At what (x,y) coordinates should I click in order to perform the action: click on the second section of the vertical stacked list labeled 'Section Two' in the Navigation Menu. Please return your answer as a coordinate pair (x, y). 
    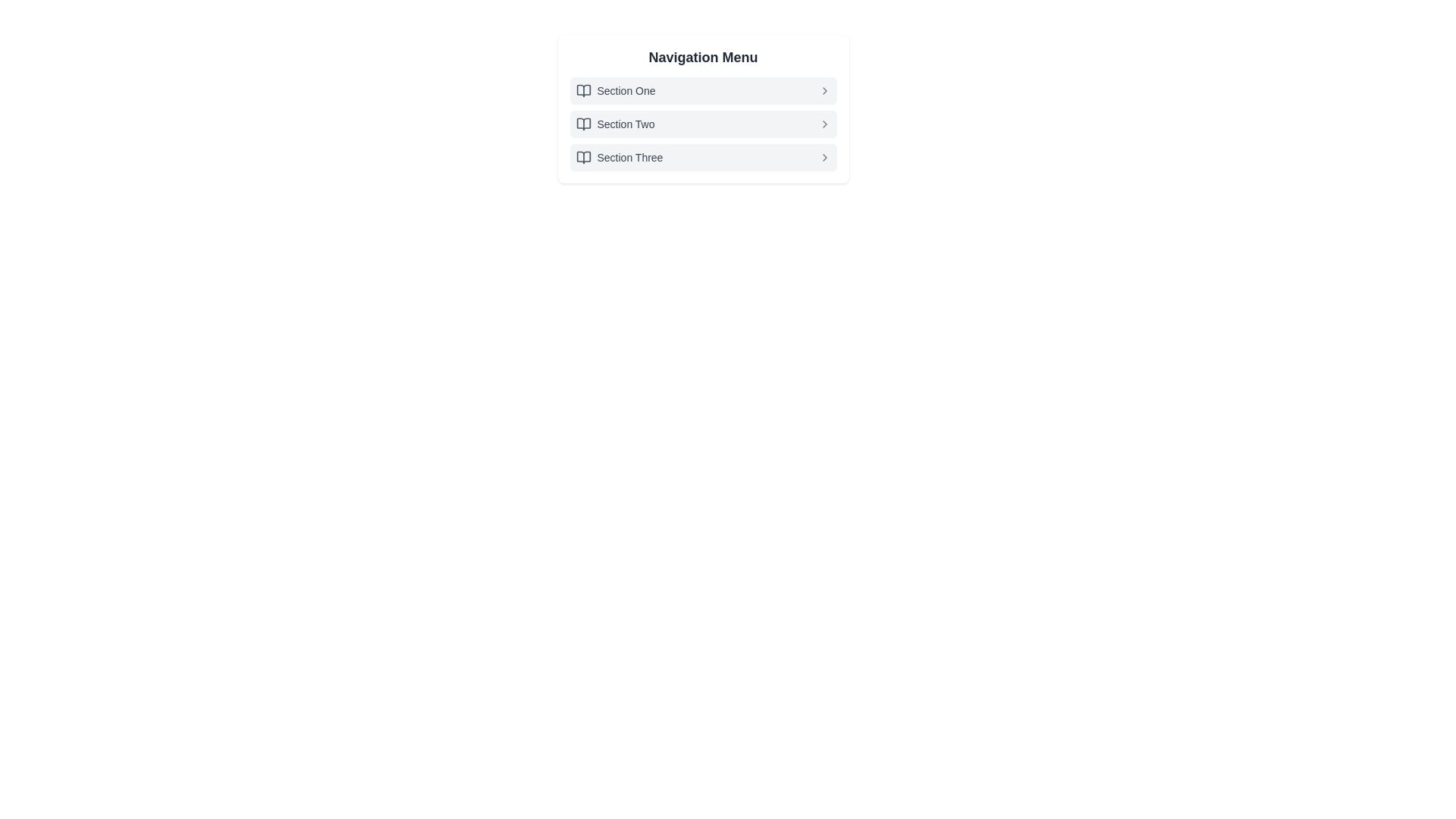
    Looking at the image, I should click on (702, 124).